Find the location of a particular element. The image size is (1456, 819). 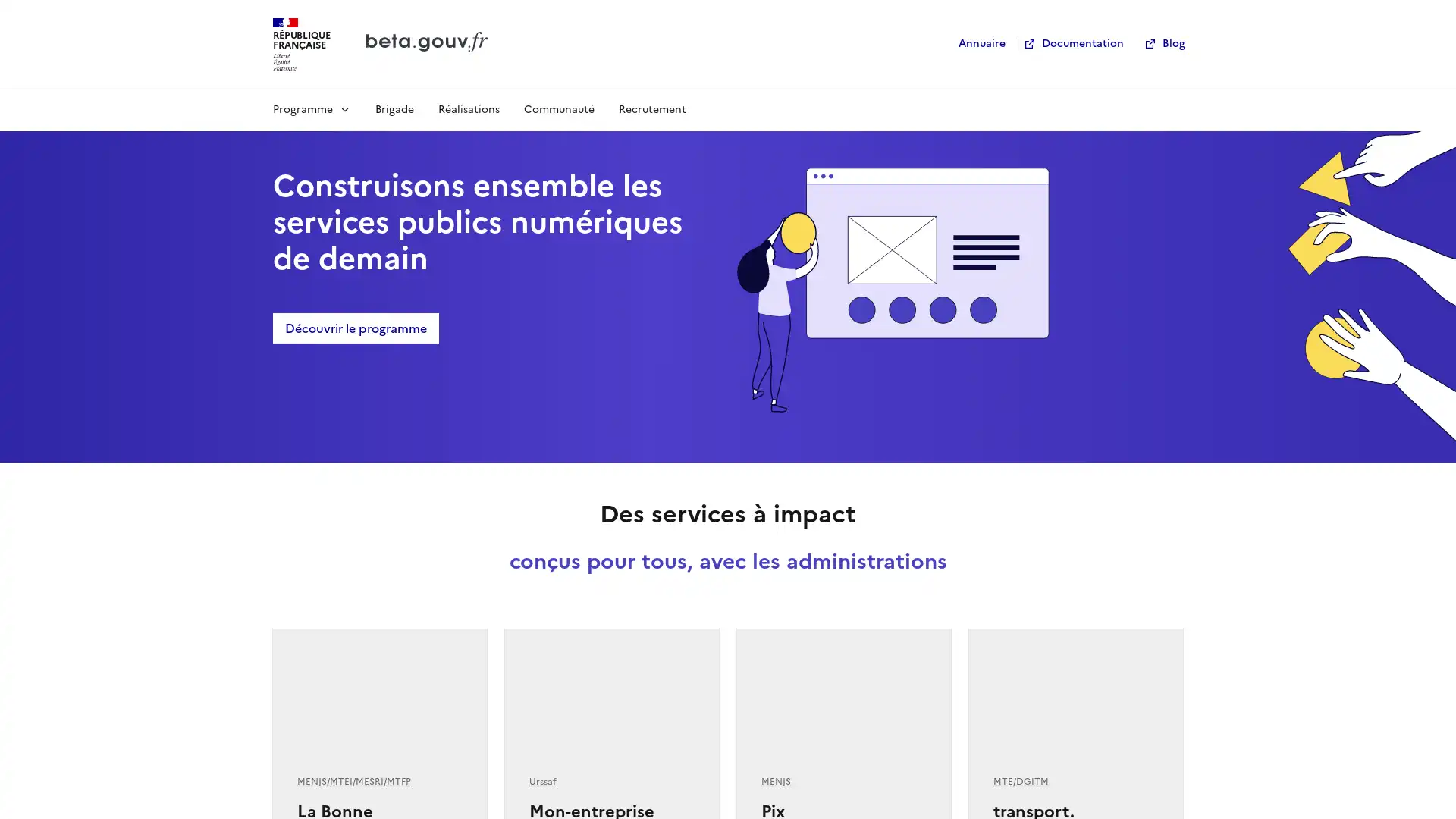

Programme is located at coordinates (311, 108).